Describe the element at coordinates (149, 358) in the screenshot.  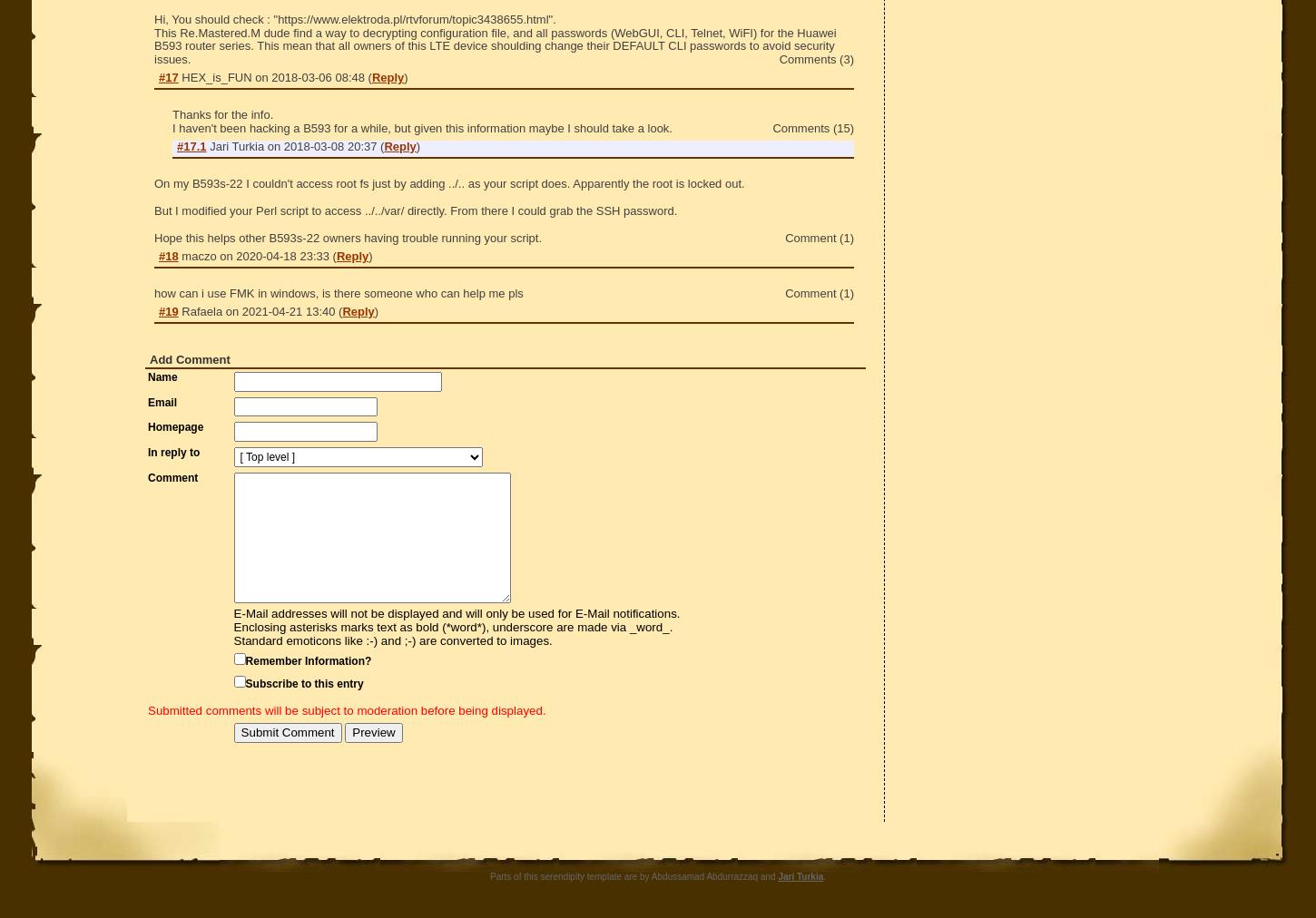
I see `'Add Comment'` at that location.